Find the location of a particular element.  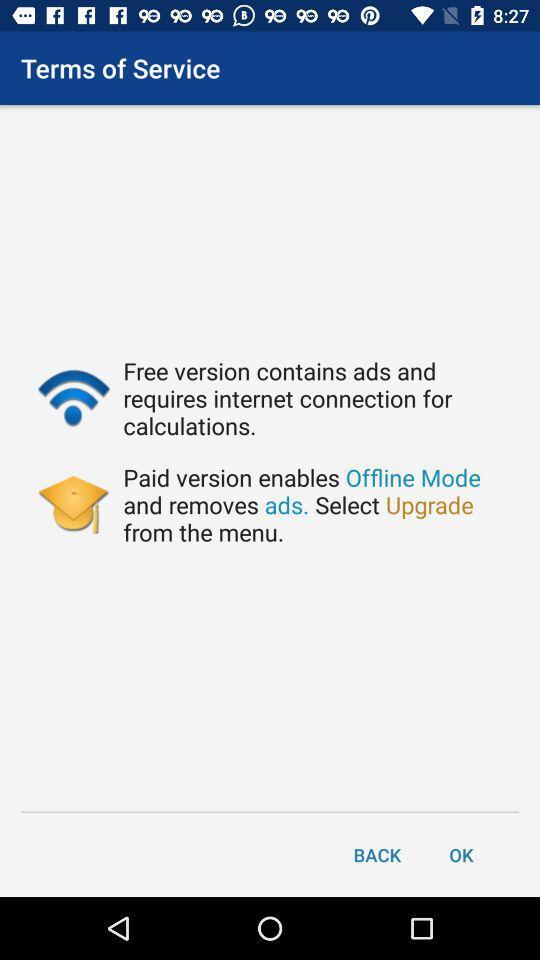

icon to the left of ok icon is located at coordinates (377, 853).